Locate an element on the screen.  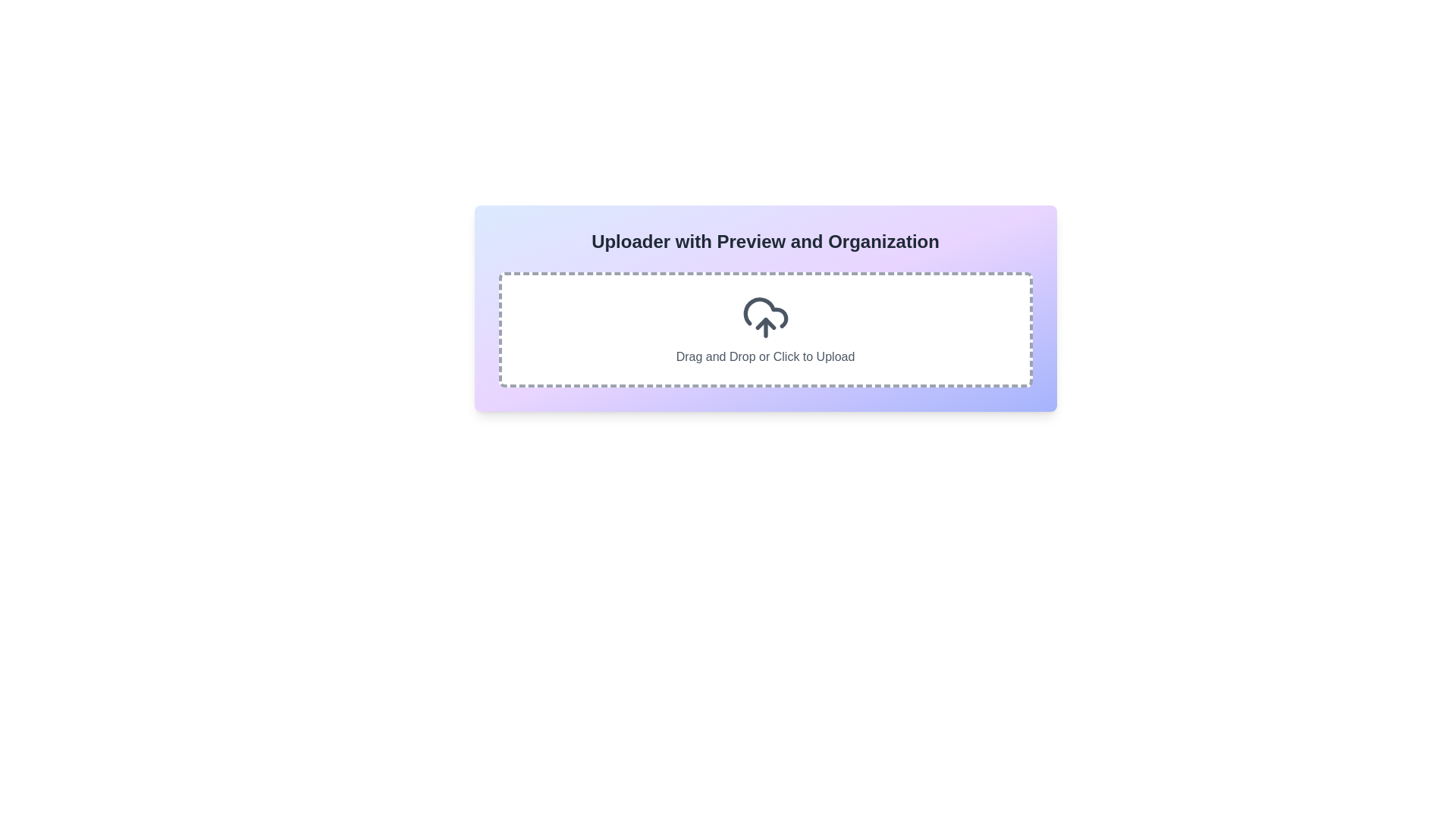
instructional text that says 'Drag and Drop or Click to Upload', which is styled in gray font and located below the cloud upload icon in the file upload interface is located at coordinates (765, 356).